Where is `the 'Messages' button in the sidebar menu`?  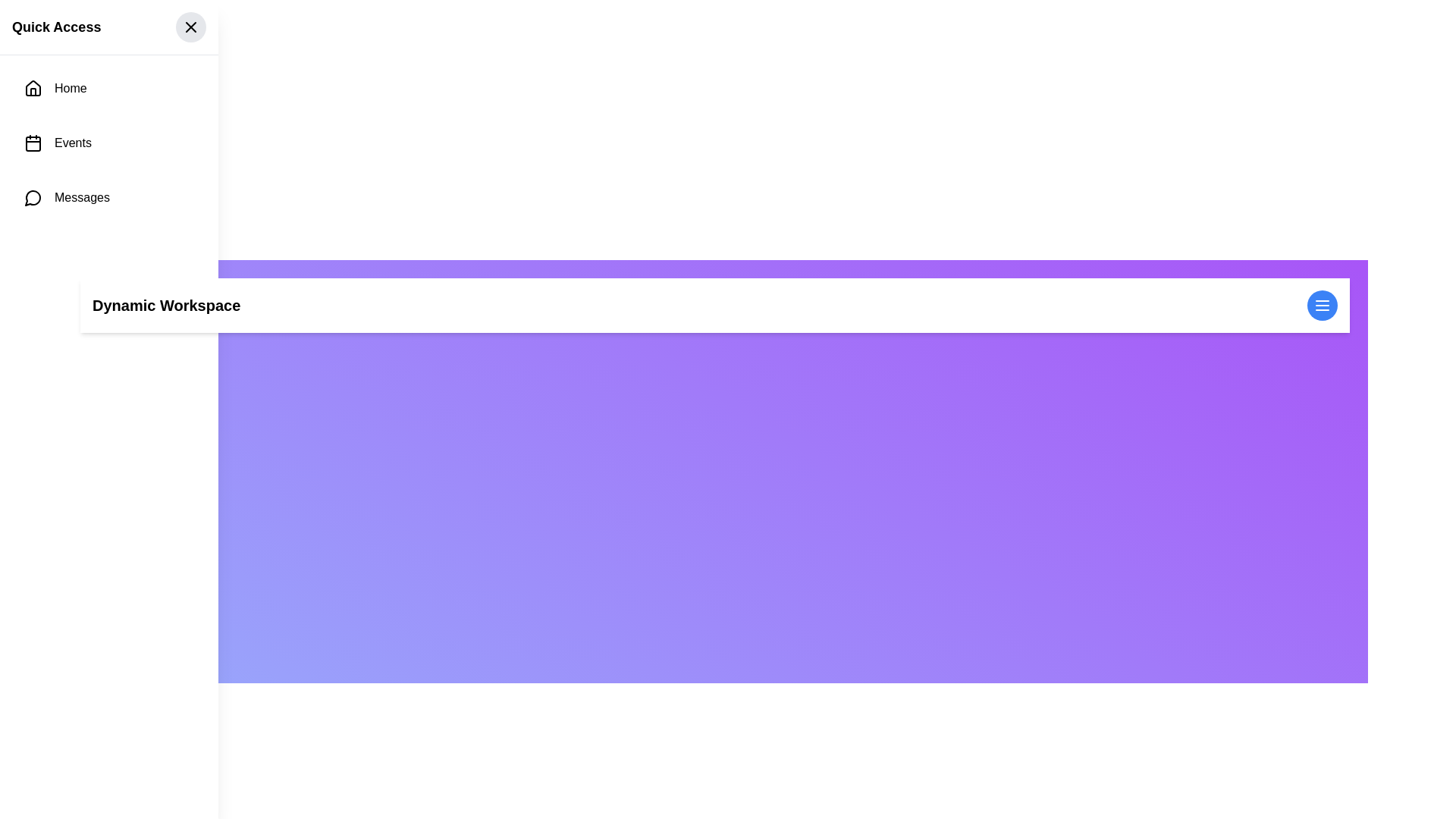 the 'Messages' button in the sidebar menu is located at coordinates (108, 197).